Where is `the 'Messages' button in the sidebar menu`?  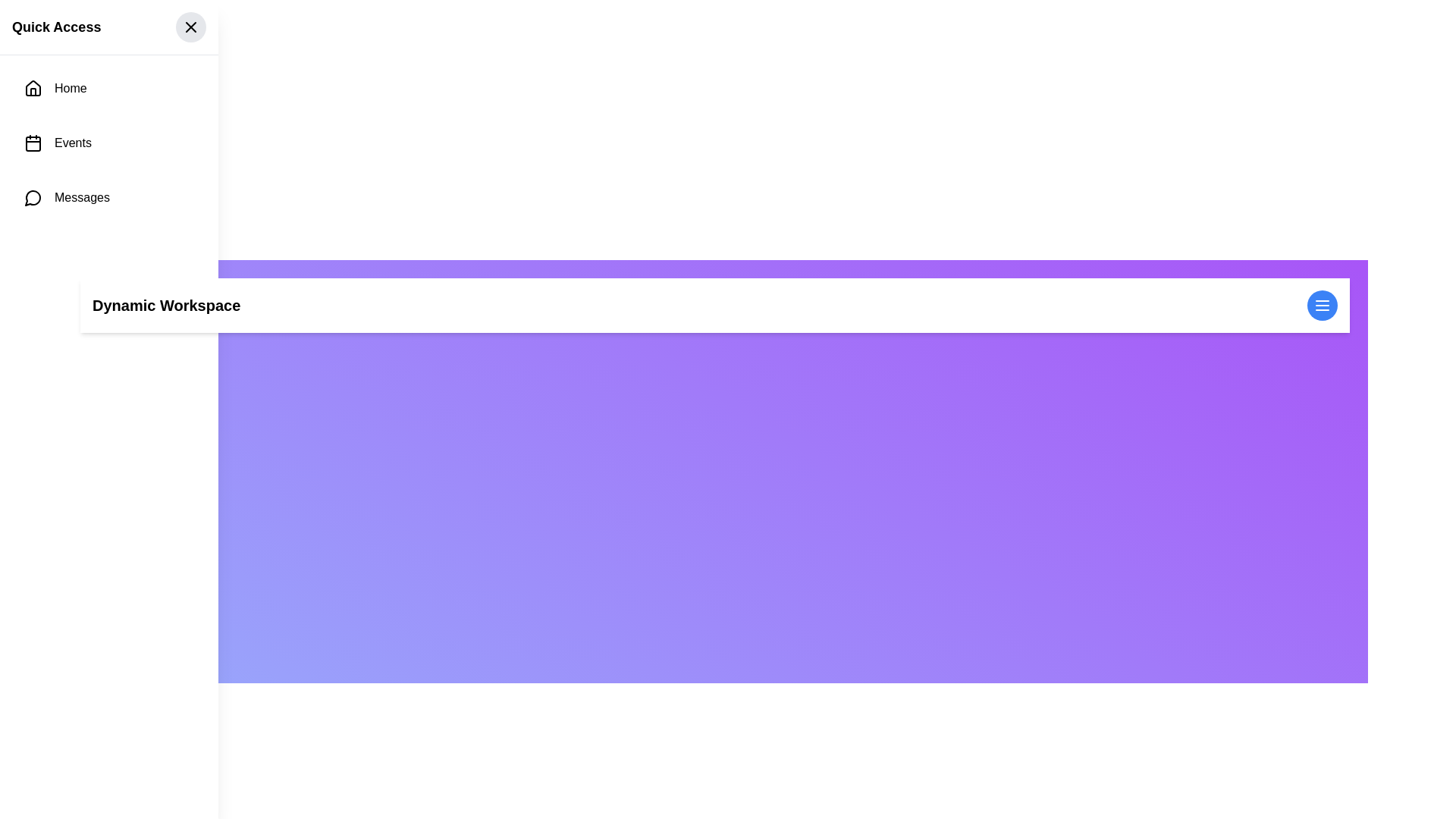 the 'Messages' button in the sidebar menu is located at coordinates (108, 197).